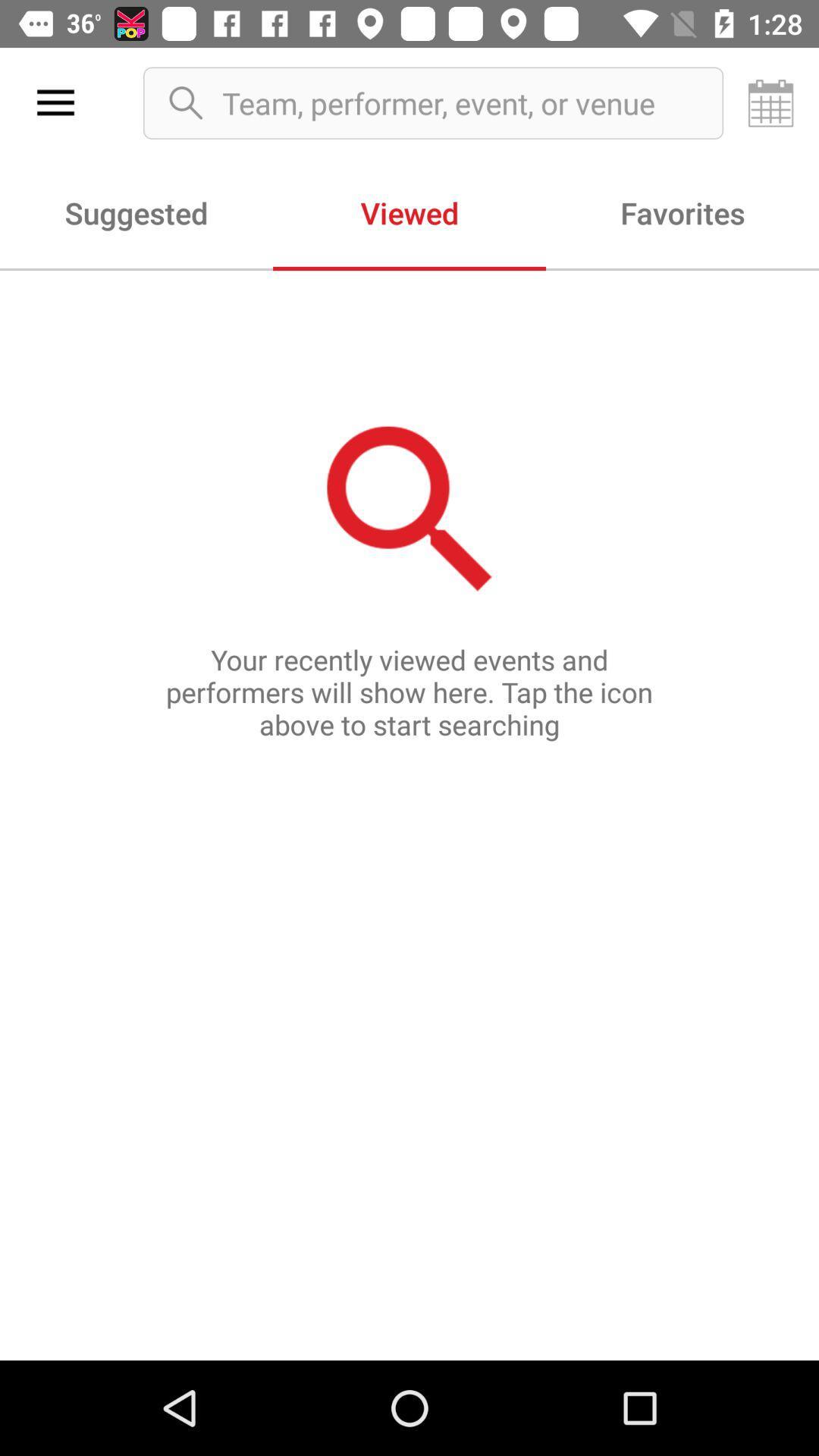 The image size is (819, 1456). What do you see at coordinates (136, 212) in the screenshot?
I see `suggested icon` at bounding box center [136, 212].